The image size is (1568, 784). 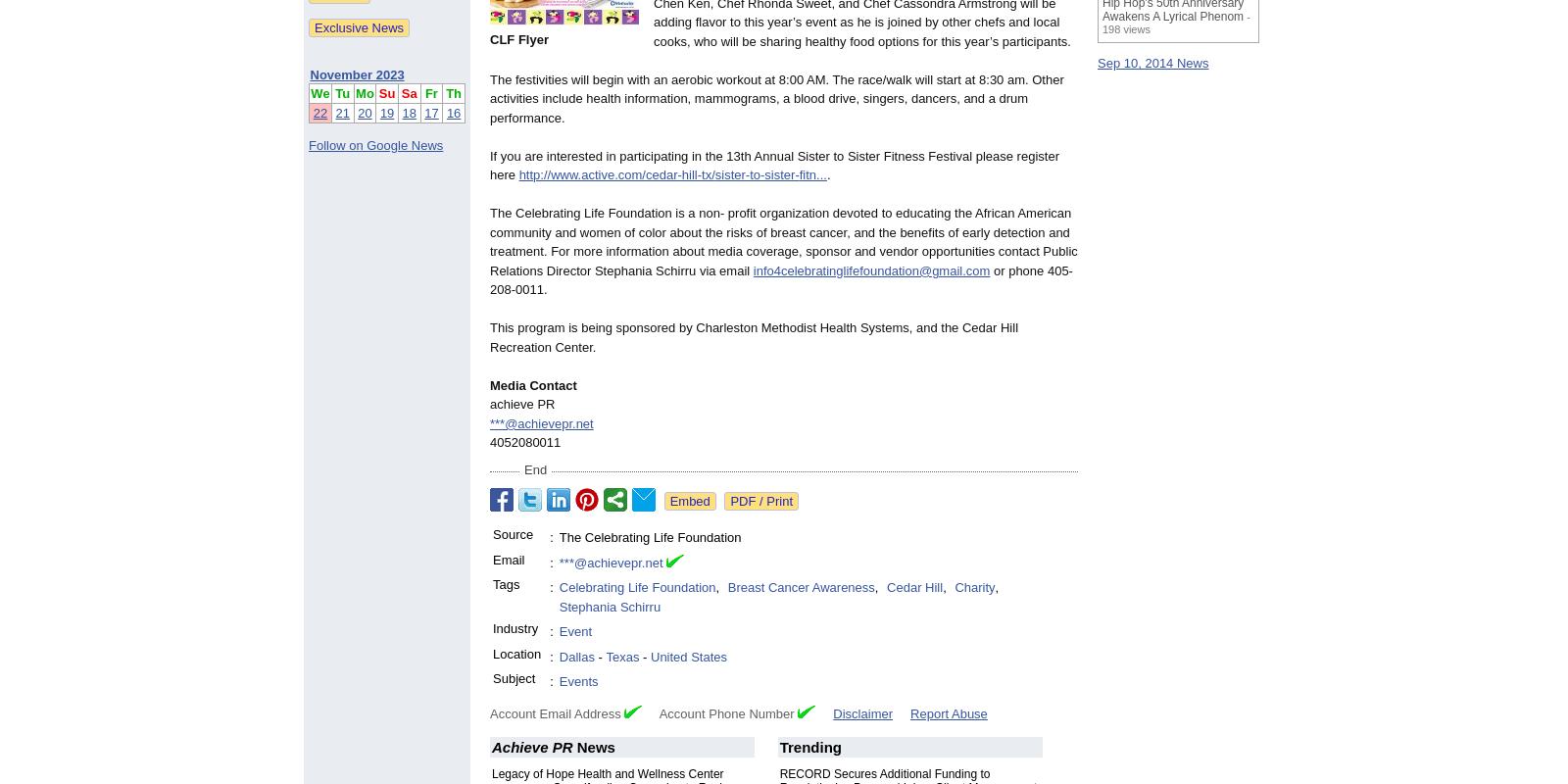 I want to click on 'cedar-hill-tx/', so click(x=645, y=173).